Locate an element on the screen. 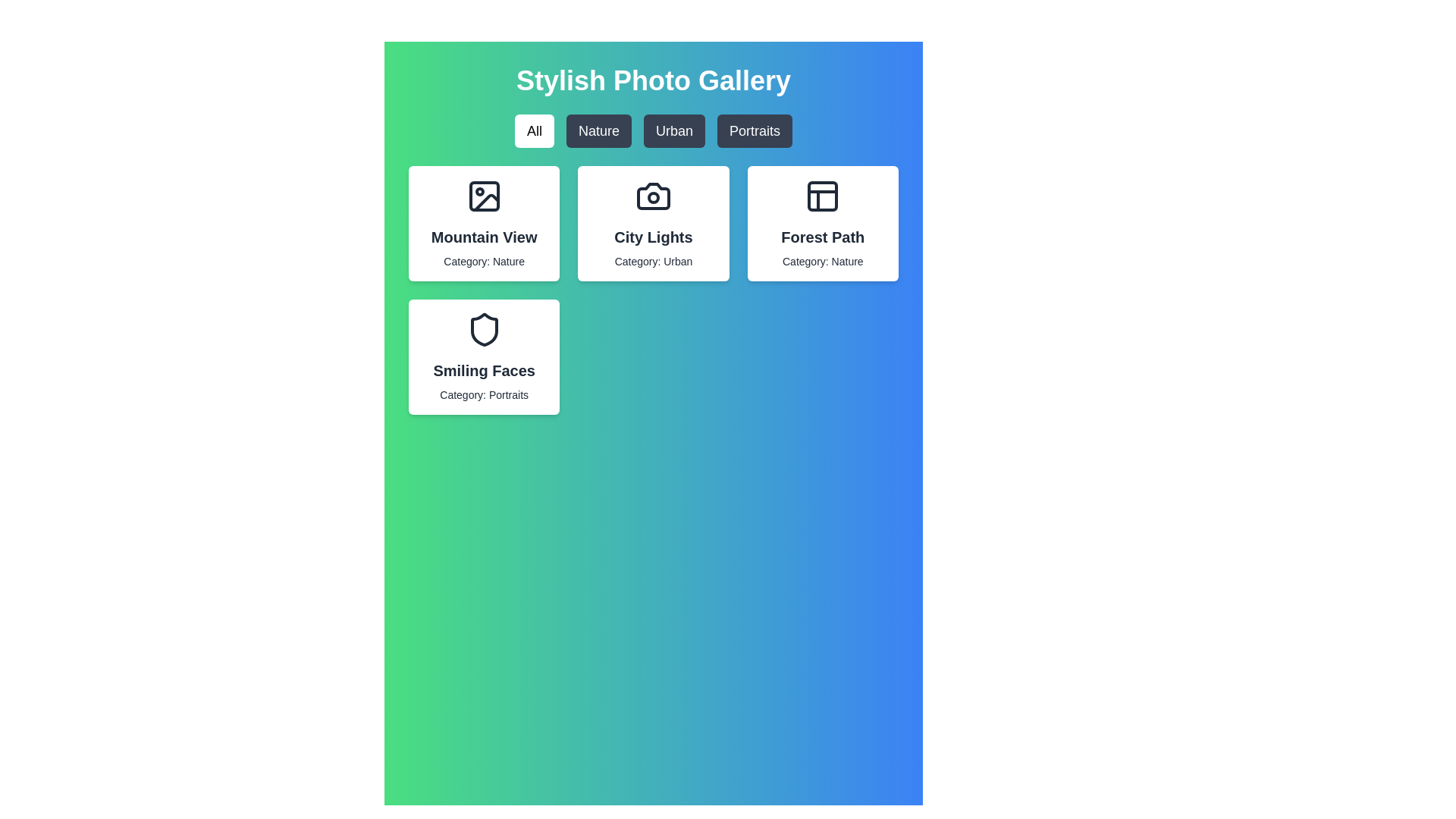  the SVG icon depicting a simplified image placeholder within the 'Mountain View' card is located at coordinates (483, 195).